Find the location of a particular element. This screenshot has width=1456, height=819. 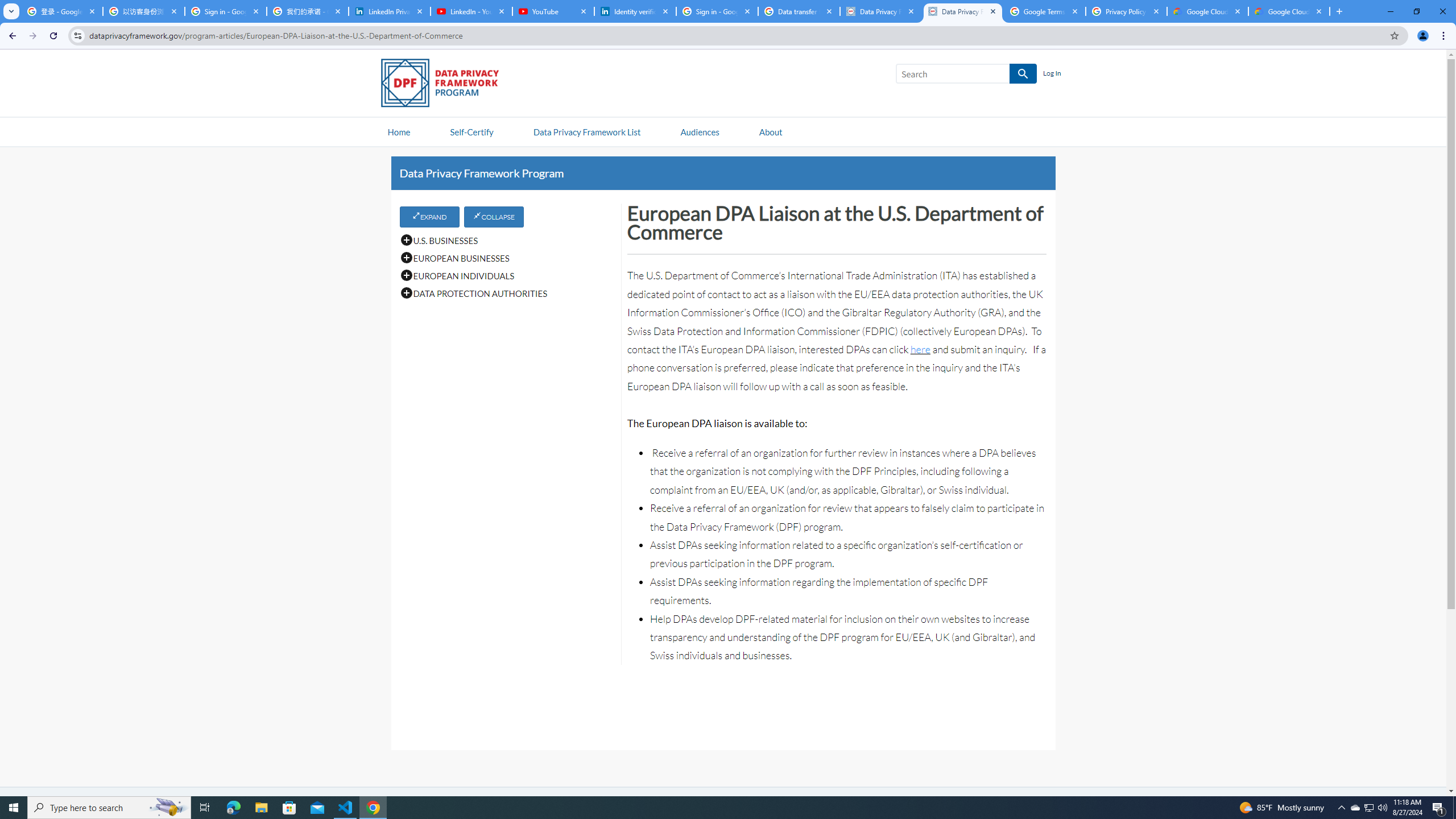

'LinkedIn Privacy Policy' is located at coordinates (389, 11).